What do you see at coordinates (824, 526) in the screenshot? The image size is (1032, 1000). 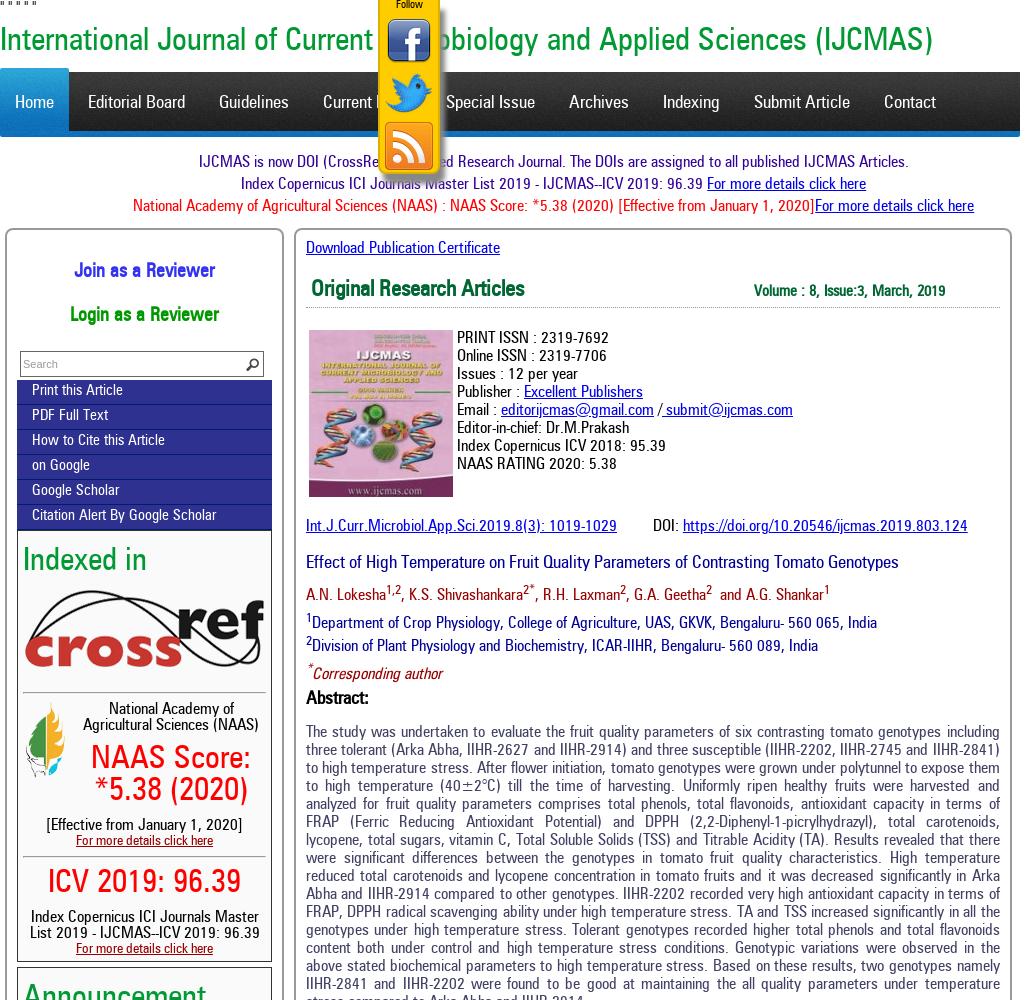 I see `'https://doi.org/10.20546/ijcmas.2019.803.124'` at bounding box center [824, 526].